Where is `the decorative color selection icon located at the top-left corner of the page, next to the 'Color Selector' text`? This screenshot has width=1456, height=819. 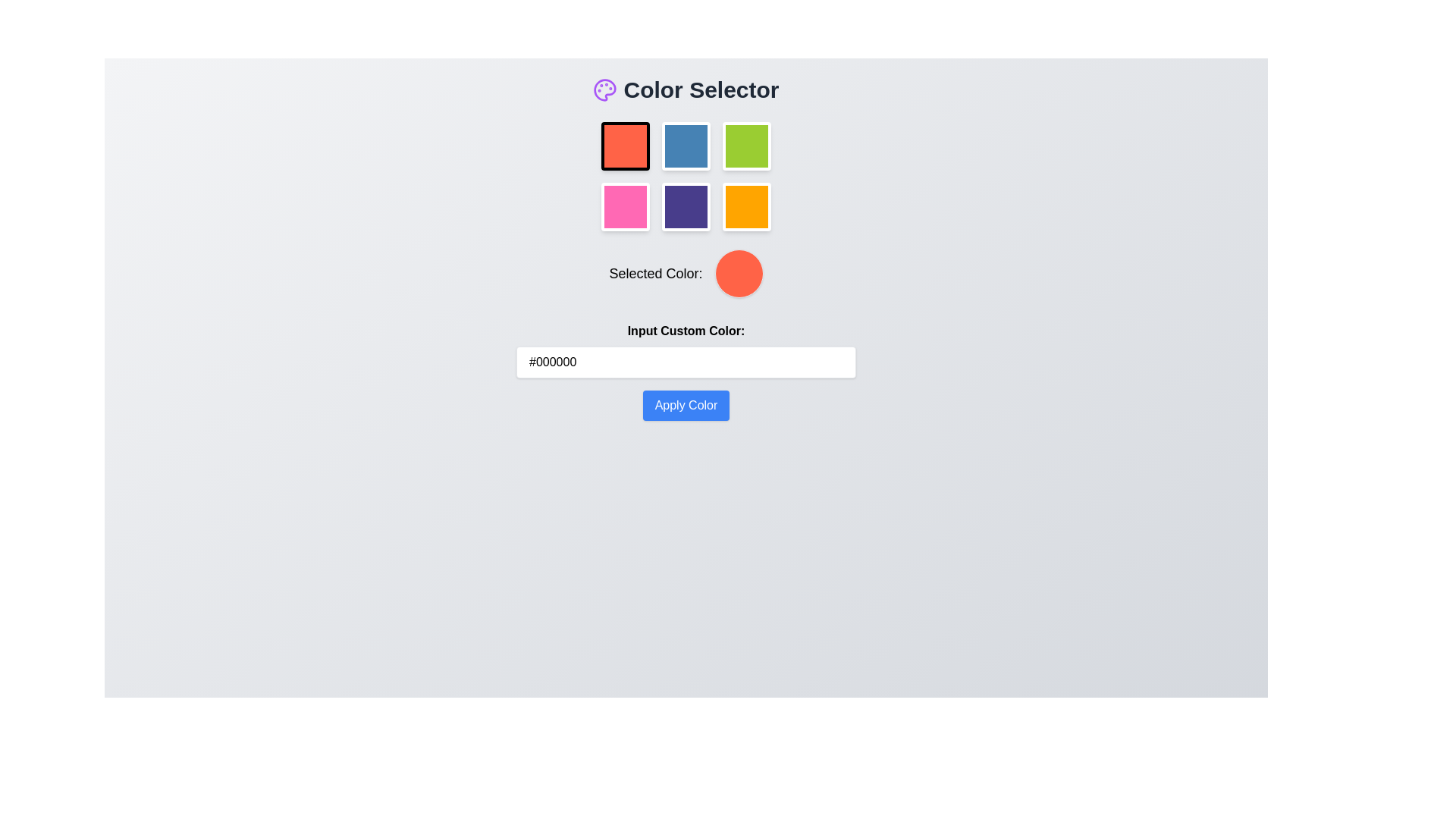 the decorative color selection icon located at the top-left corner of the page, next to the 'Color Selector' text is located at coordinates (604, 90).